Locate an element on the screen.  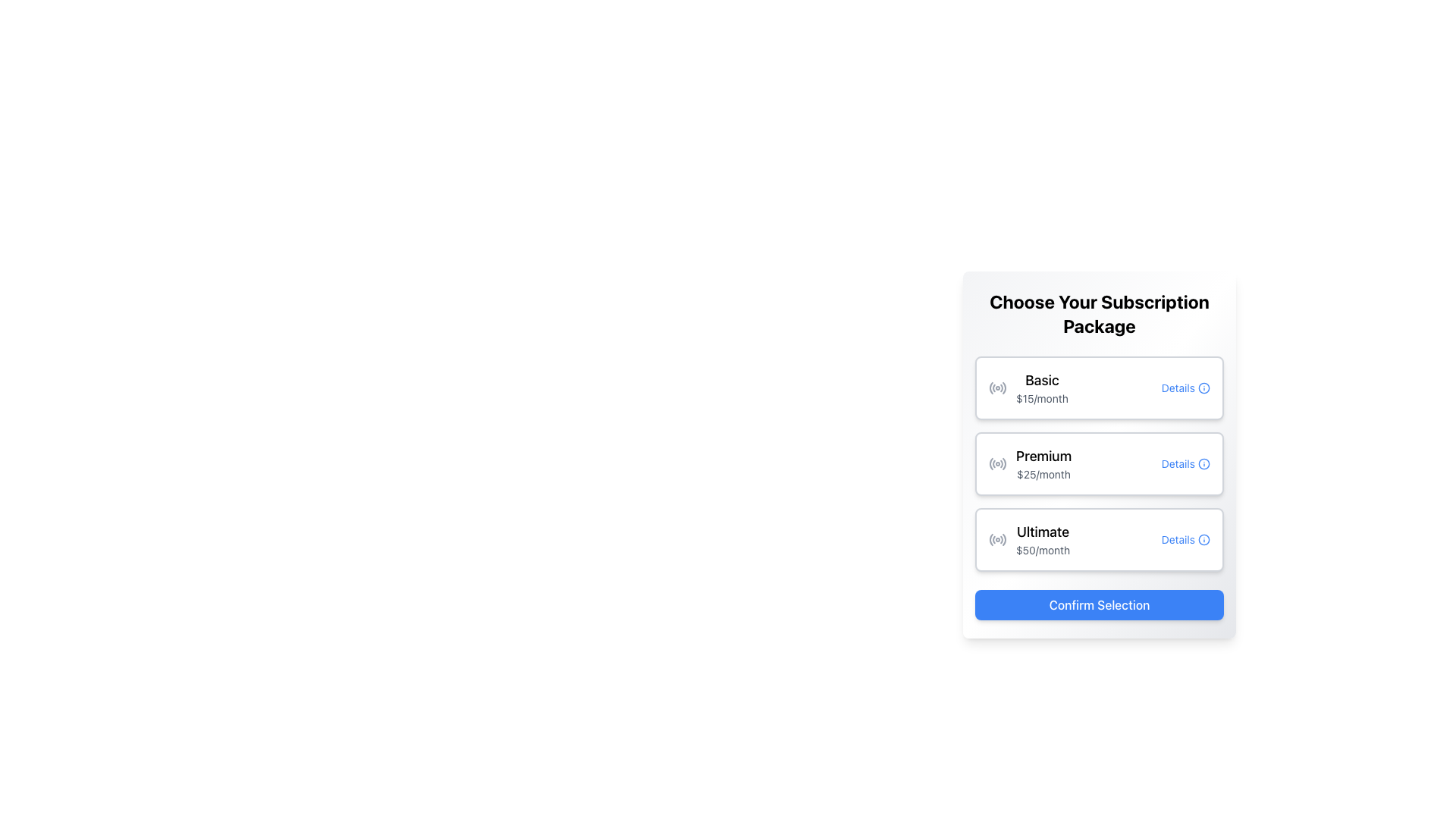
the header text labeled 'Choose Your Subscription Package', which is a bold, large text element centrally aligned at the top of the subscription options section is located at coordinates (1099, 312).